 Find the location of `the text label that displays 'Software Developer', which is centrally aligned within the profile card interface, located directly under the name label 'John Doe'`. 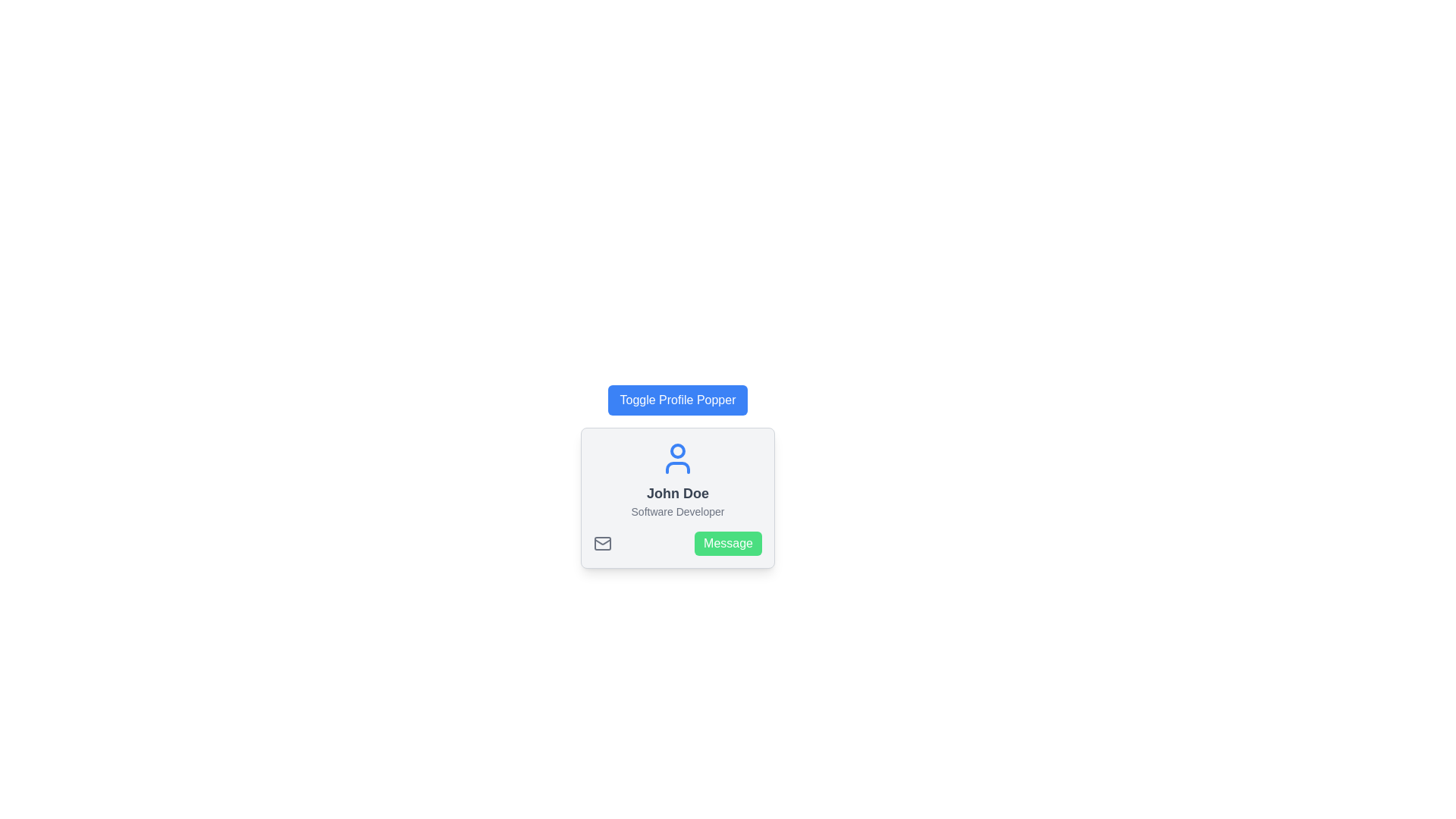

the text label that displays 'Software Developer', which is centrally aligned within the profile card interface, located directly under the name label 'John Doe' is located at coordinates (676, 512).